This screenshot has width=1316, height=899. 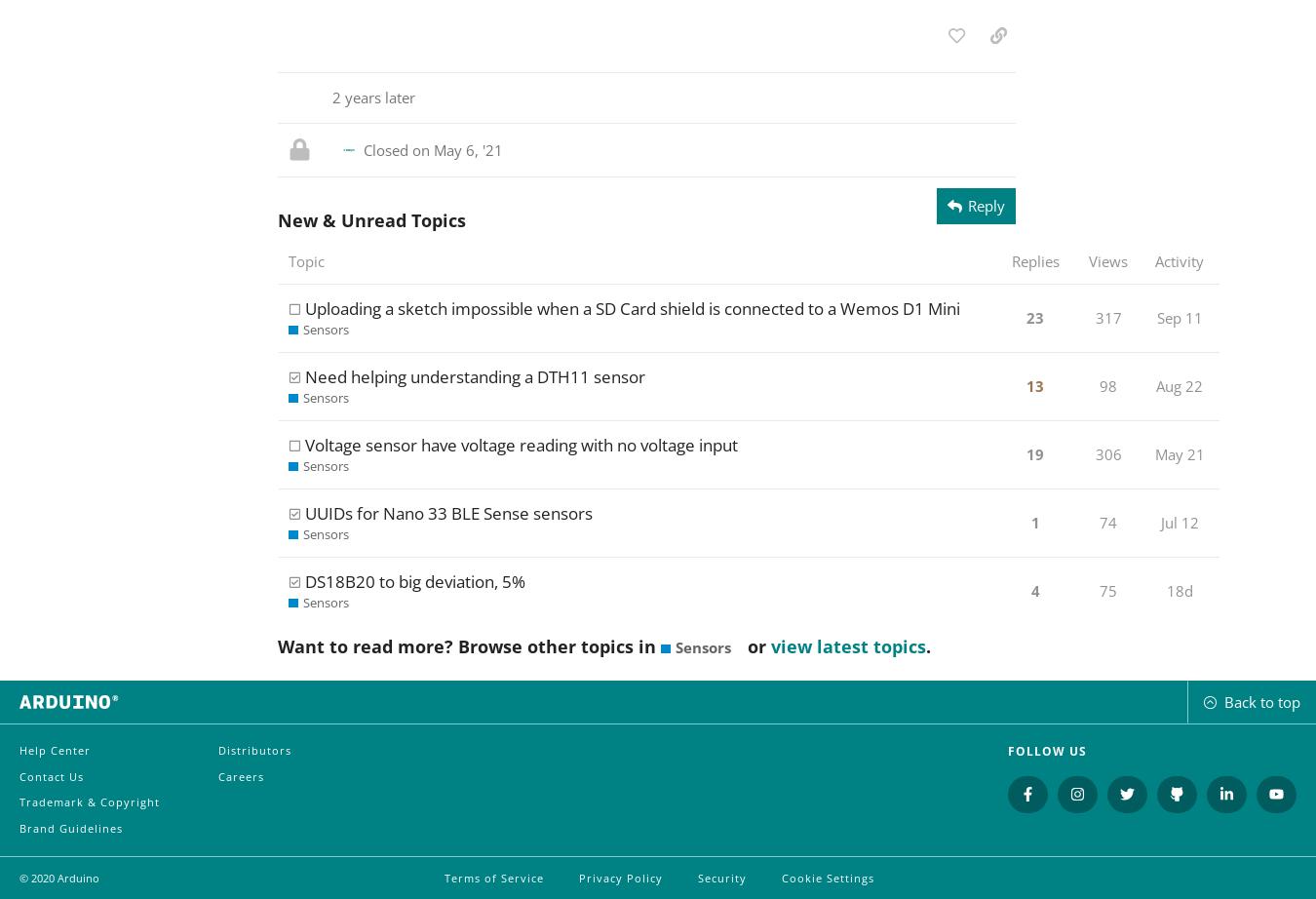 What do you see at coordinates (87, 801) in the screenshot?
I see `'Trademark &
          Copyright'` at bounding box center [87, 801].